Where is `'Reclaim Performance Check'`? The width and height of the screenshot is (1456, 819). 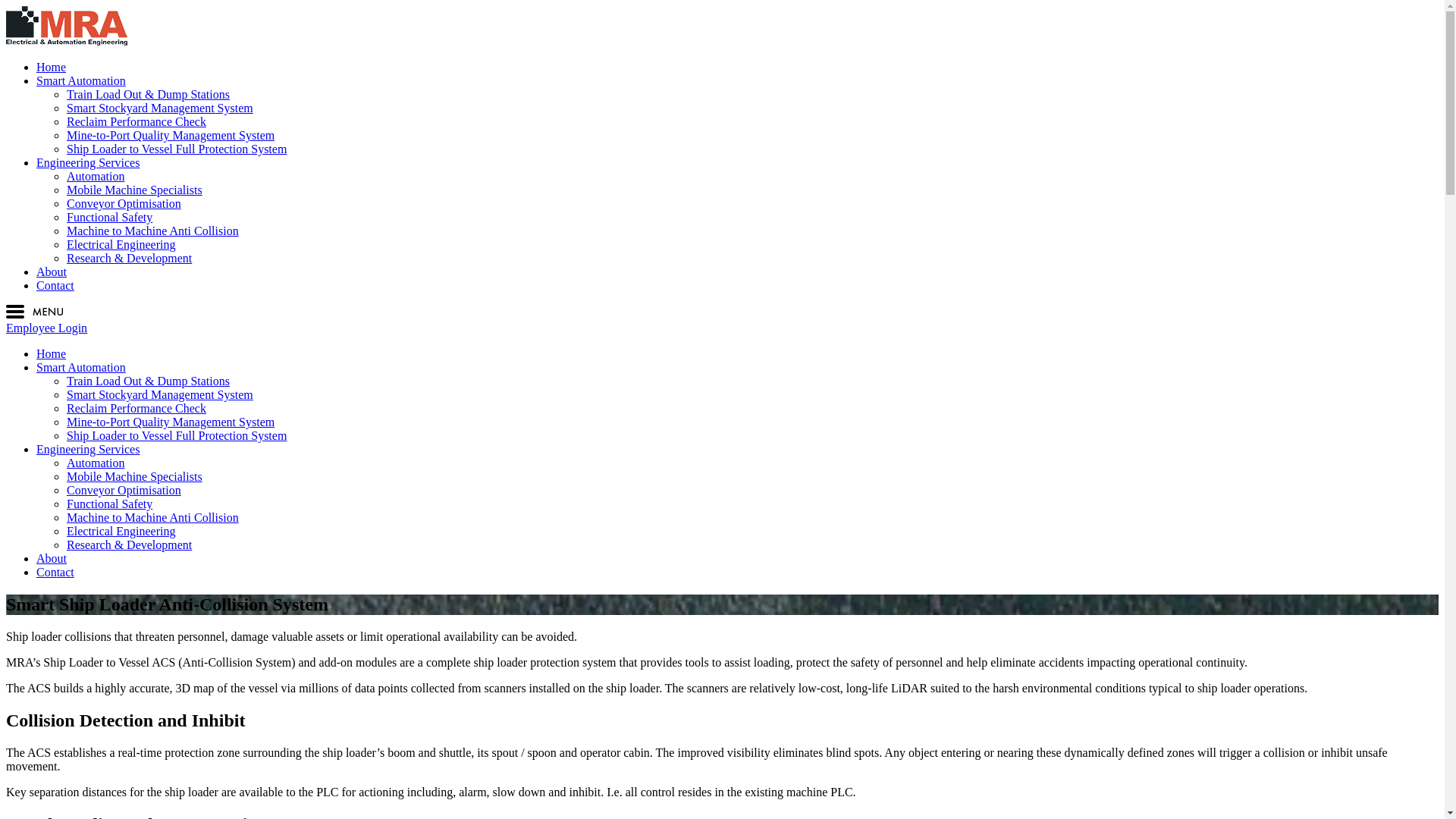 'Reclaim Performance Check' is located at coordinates (136, 407).